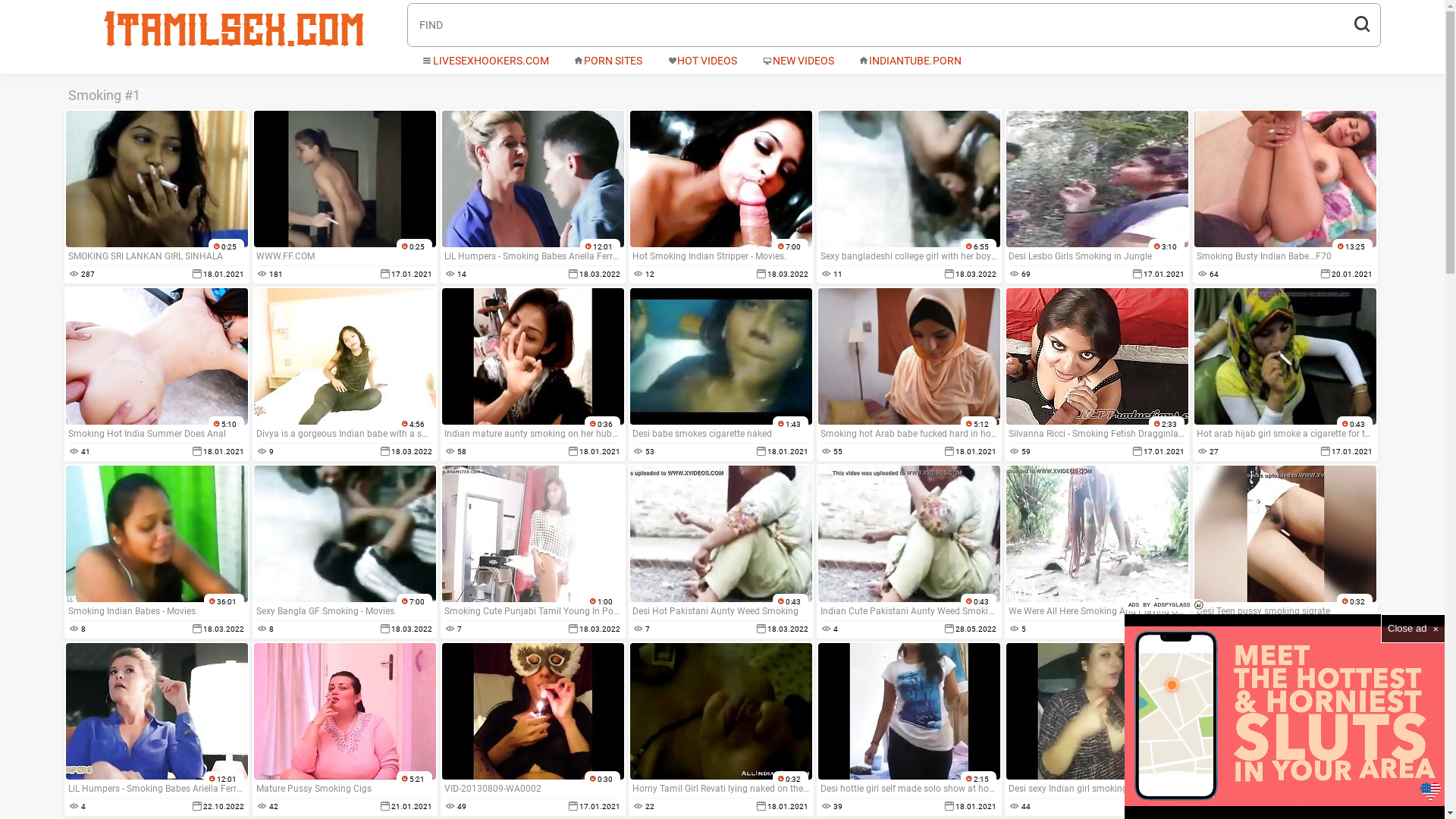  I want to click on '0:43, so click(629, 551).